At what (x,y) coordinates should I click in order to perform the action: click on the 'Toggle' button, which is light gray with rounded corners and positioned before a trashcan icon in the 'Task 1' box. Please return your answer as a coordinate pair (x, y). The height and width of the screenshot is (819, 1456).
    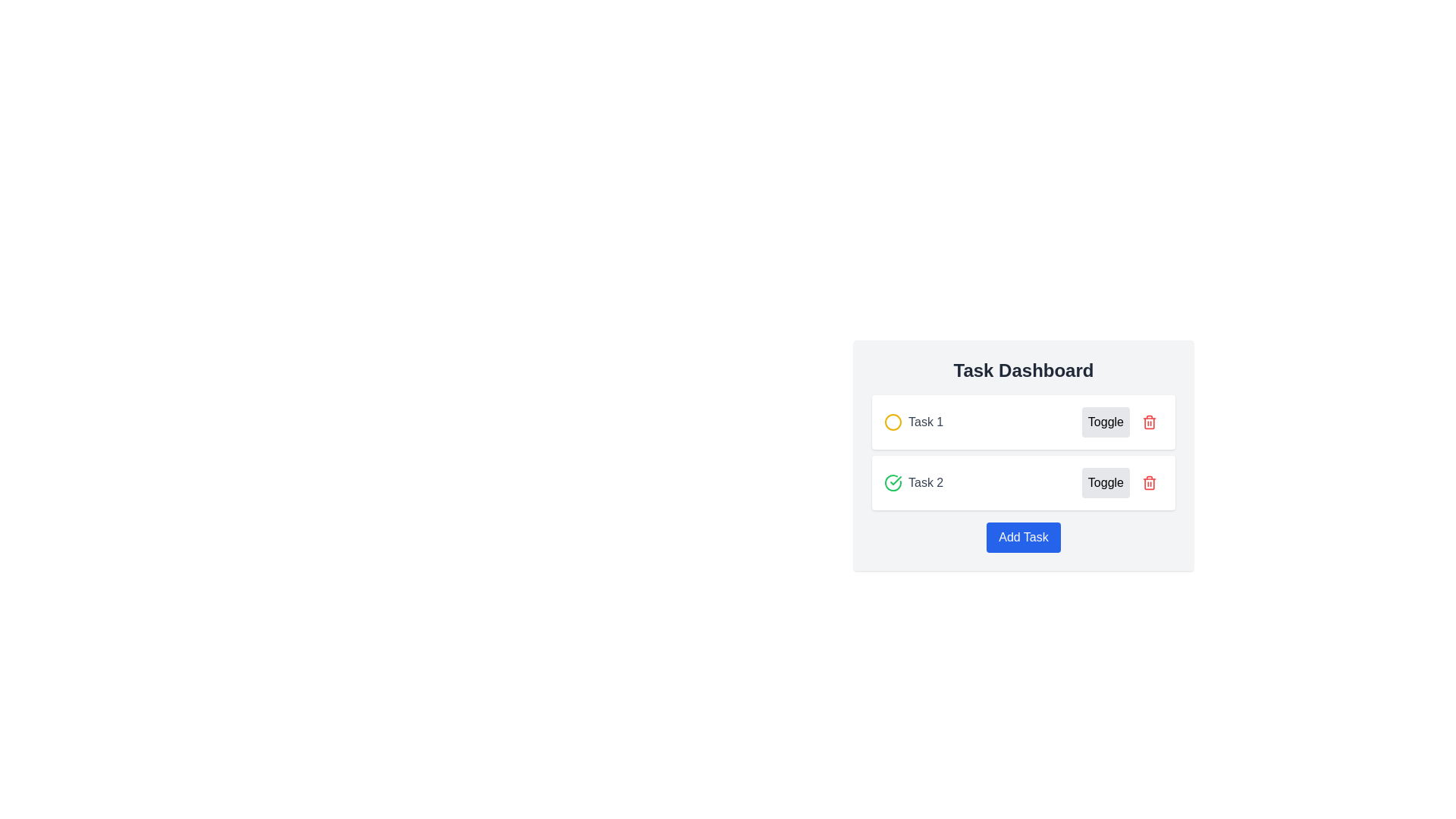
    Looking at the image, I should click on (1122, 422).